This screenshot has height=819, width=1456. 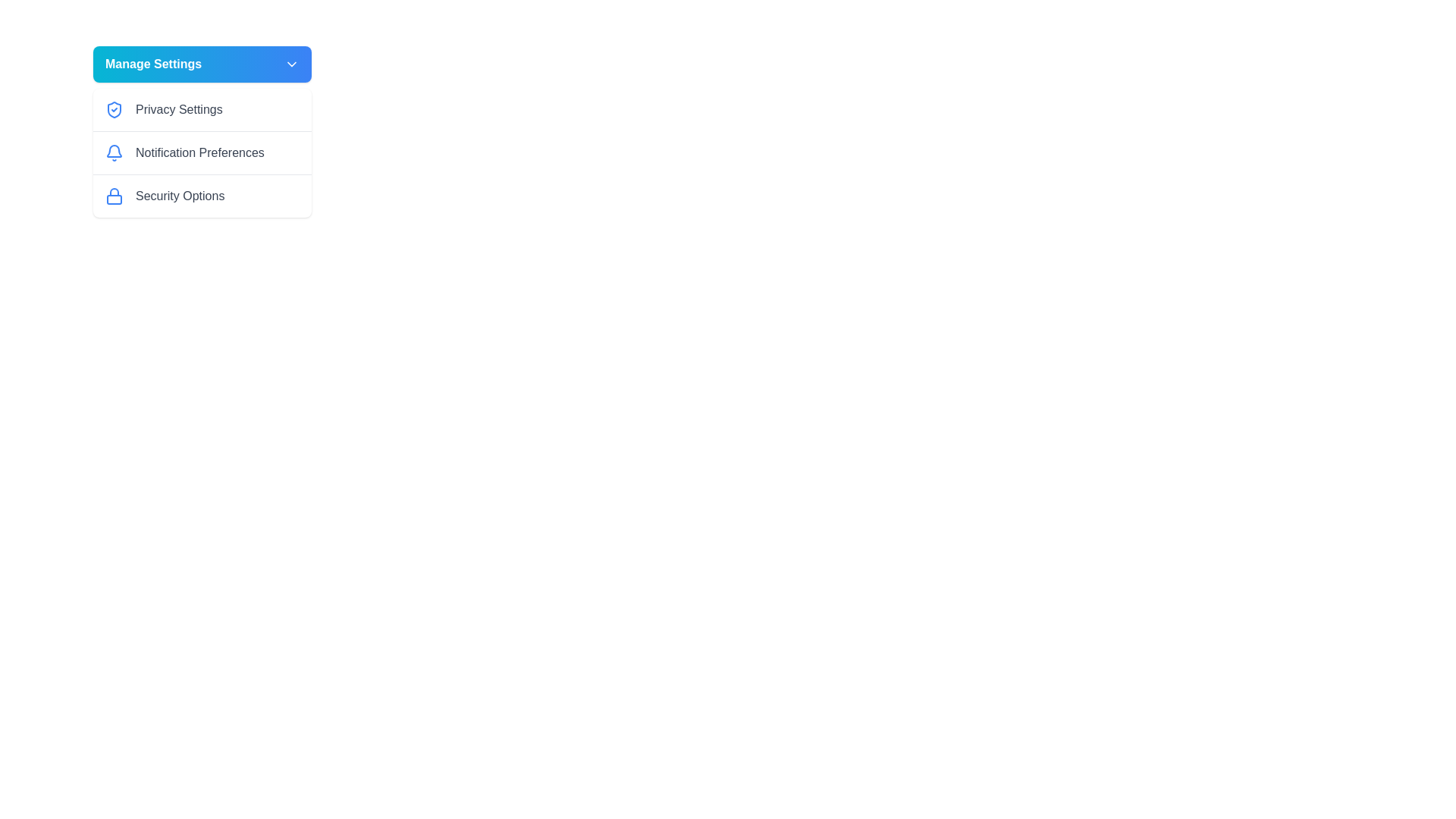 What do you see at coordinates (179, 109) in the screenshot?
I see `'Privacy Settings' text label located as the first option under the 'Manage Settings' dropdown menu, adjacent to a blue shield icon` at bounding box center [179, 109].